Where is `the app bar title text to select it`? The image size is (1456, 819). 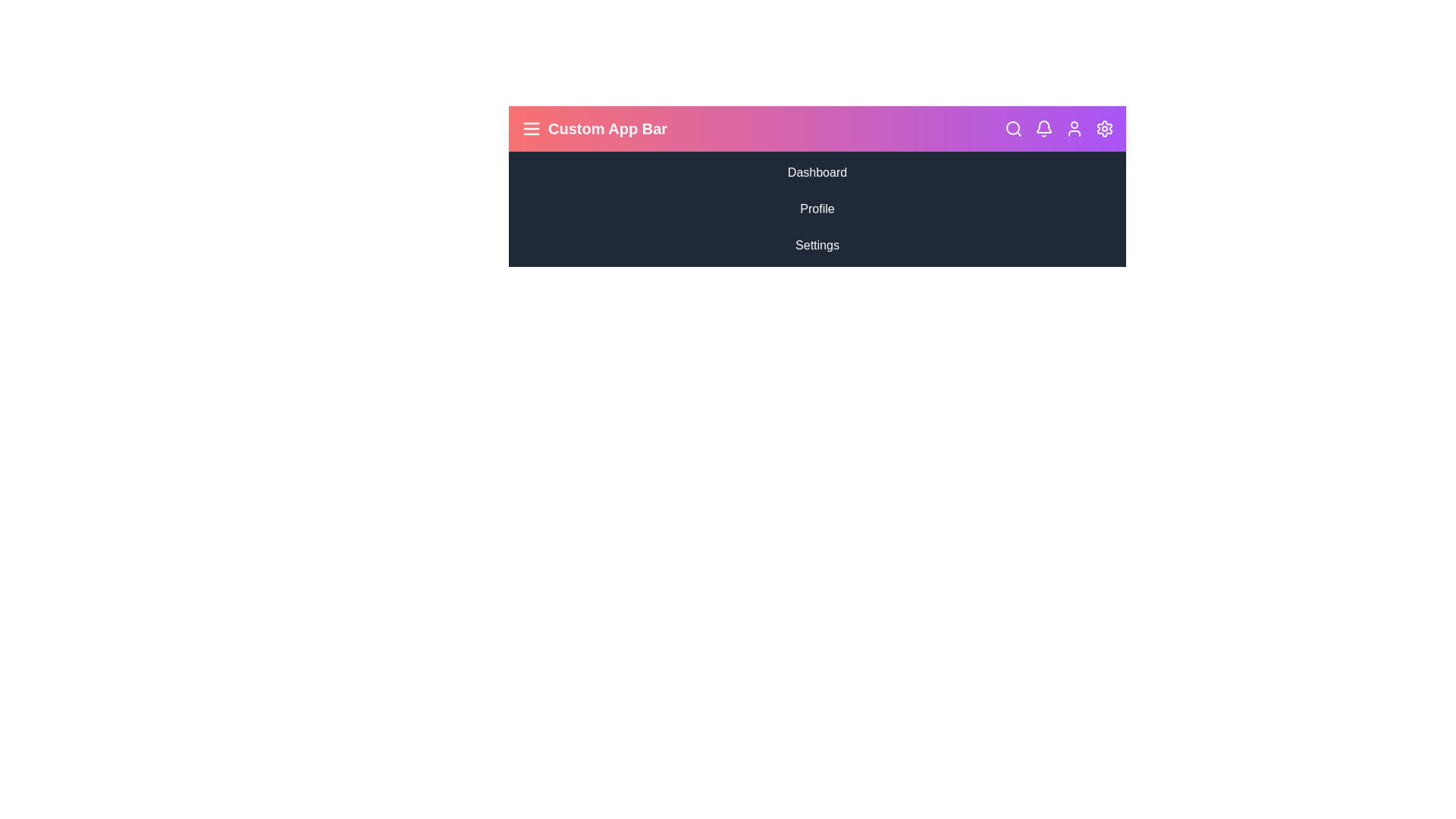
the app bar title text to select it is located at coordinates (607, 127).